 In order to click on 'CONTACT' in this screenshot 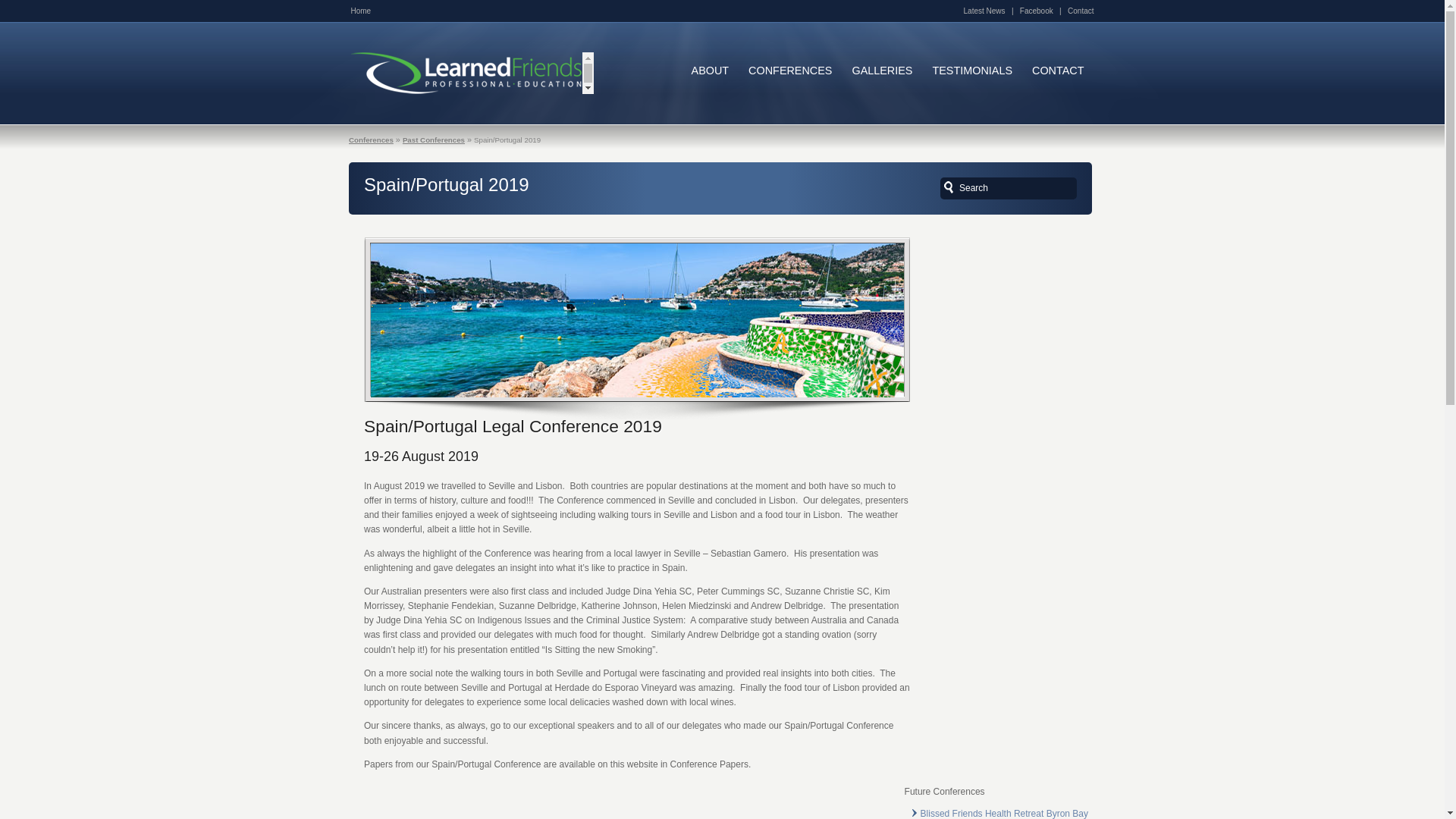, I will do `click(1022, 71)`.